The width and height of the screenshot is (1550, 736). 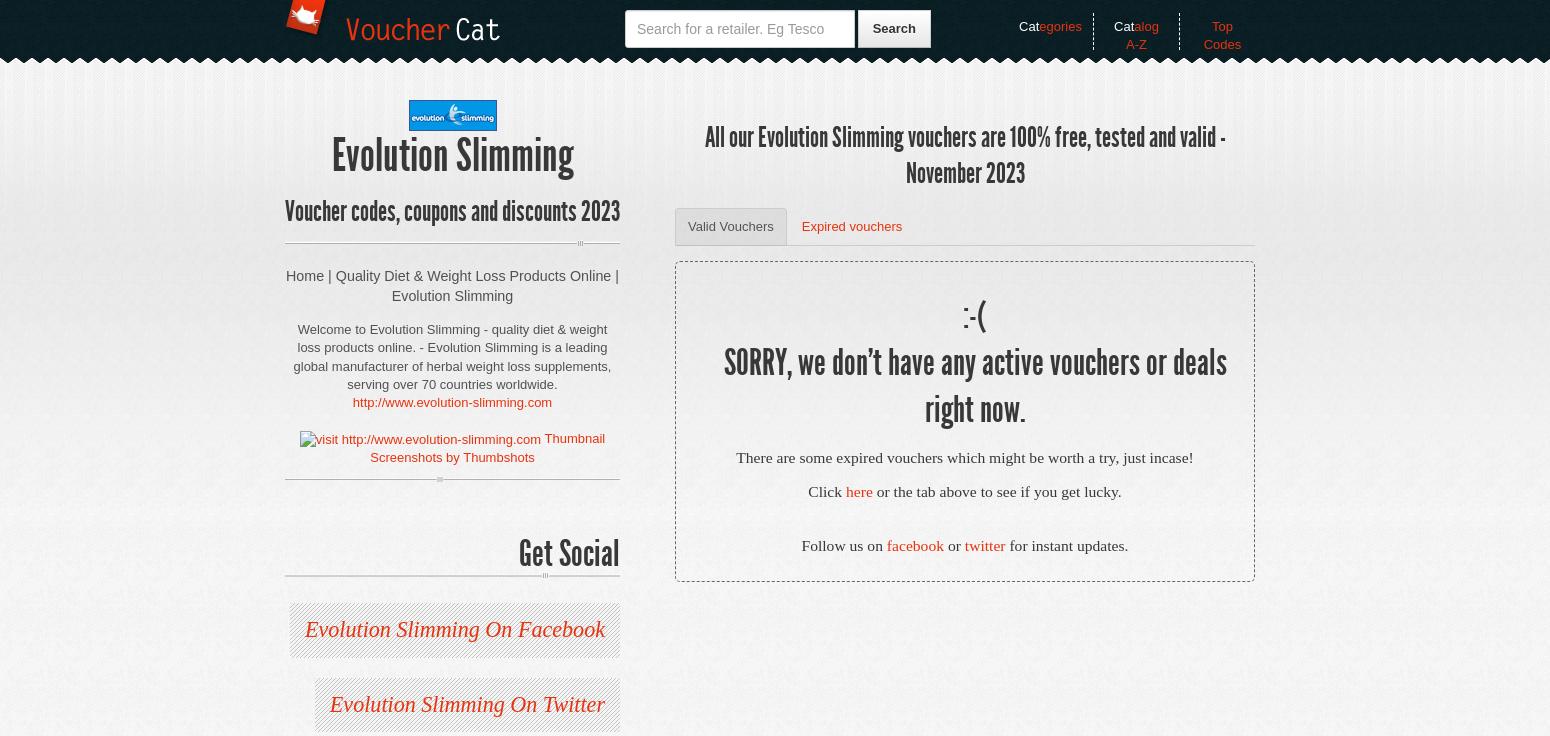 I want to click on 'SORRY, we don't have any active vouchers or deals right
								now.', so click(x=973, y=385).